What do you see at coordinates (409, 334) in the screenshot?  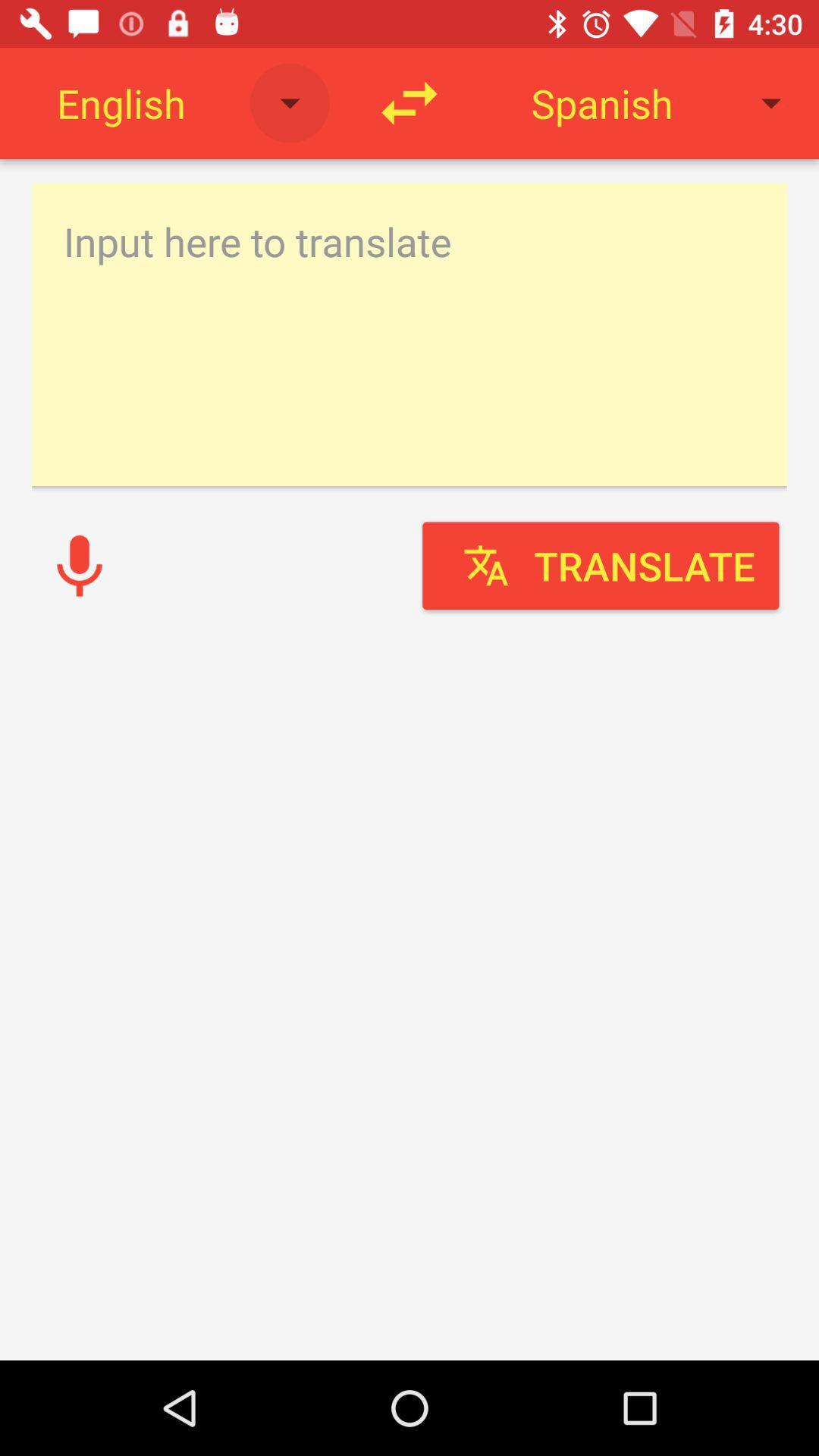 I see `writing text box` at bounding box center [409, 334].